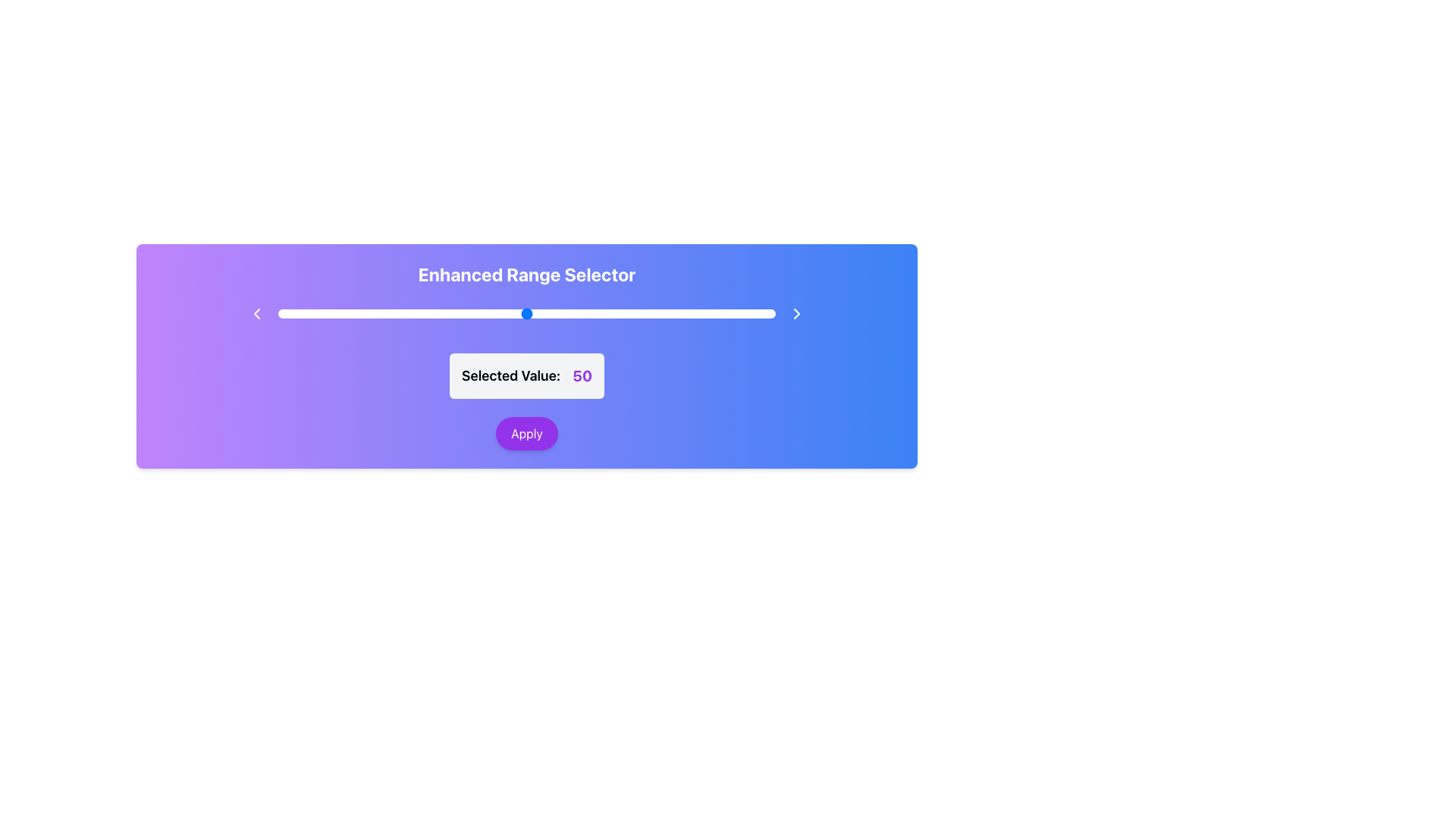 The image size is (1456, 819). Describe the element at coordinates (527, 433) in the screenshot. I see `the button located below the 'Selected Value: 50' label to observe the hover effects` at that location.